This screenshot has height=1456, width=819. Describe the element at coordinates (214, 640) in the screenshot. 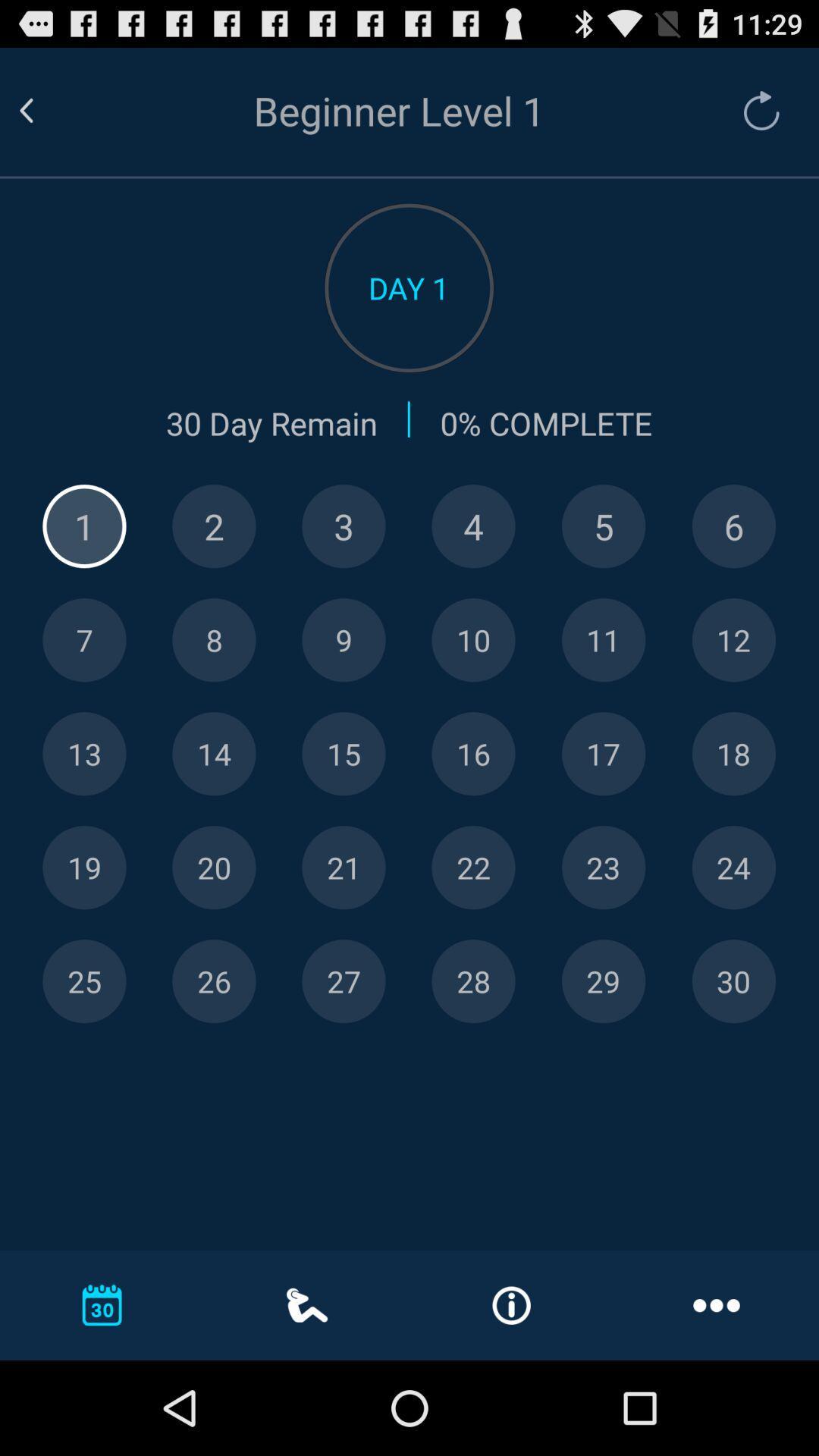

I see `specific day` at that location.